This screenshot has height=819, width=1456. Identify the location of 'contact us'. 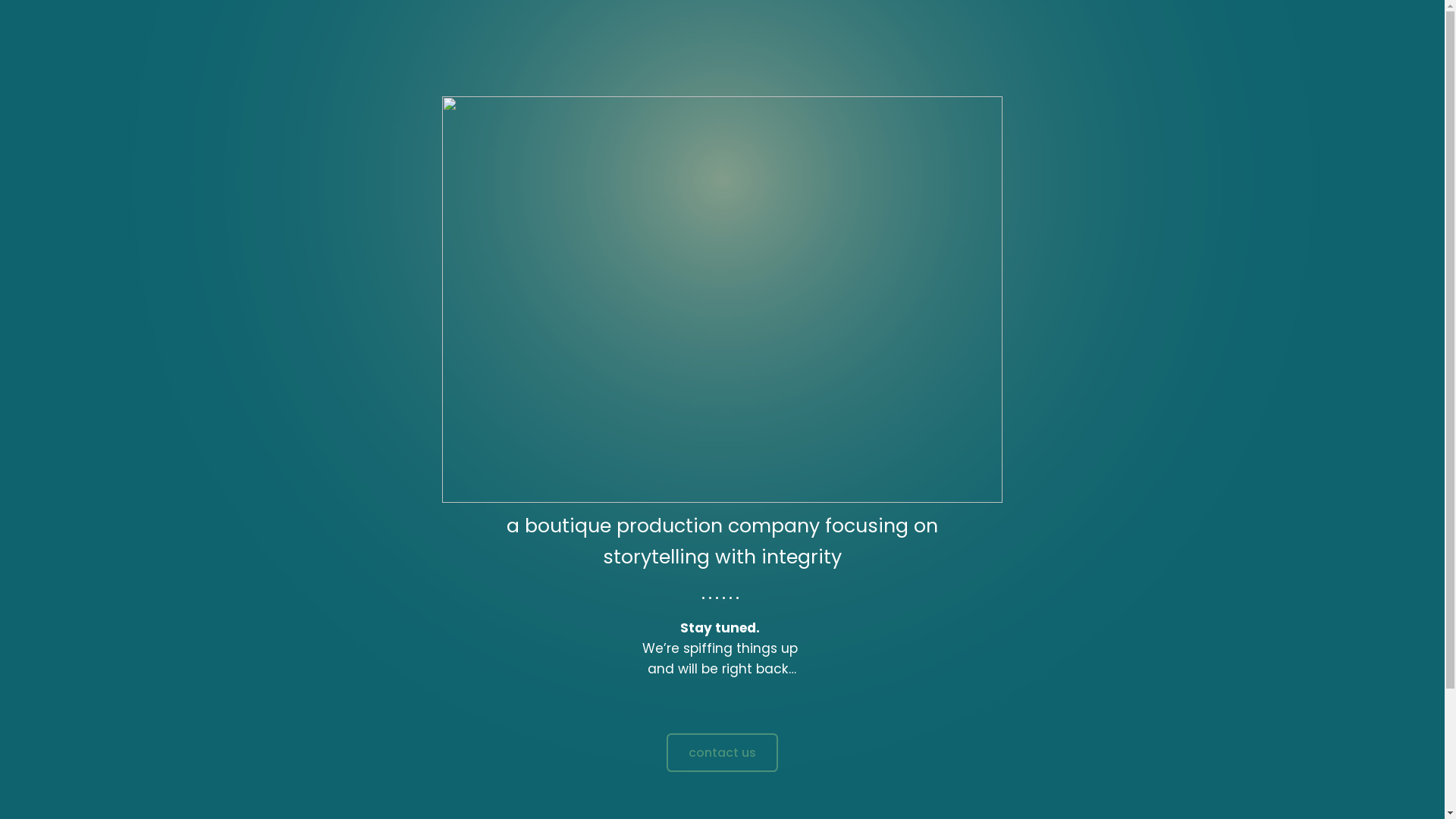
(721, 752).